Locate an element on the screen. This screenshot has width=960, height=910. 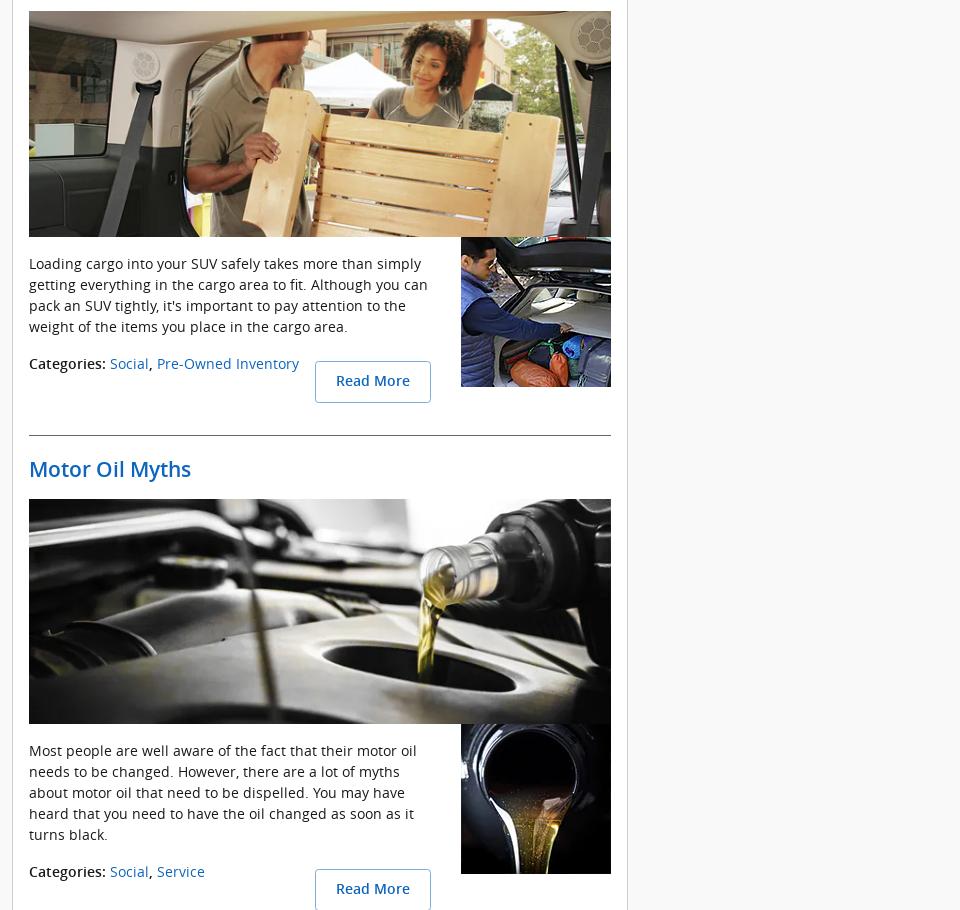
'Pre-Owned Inventory' is located at coordinates (155, 362).